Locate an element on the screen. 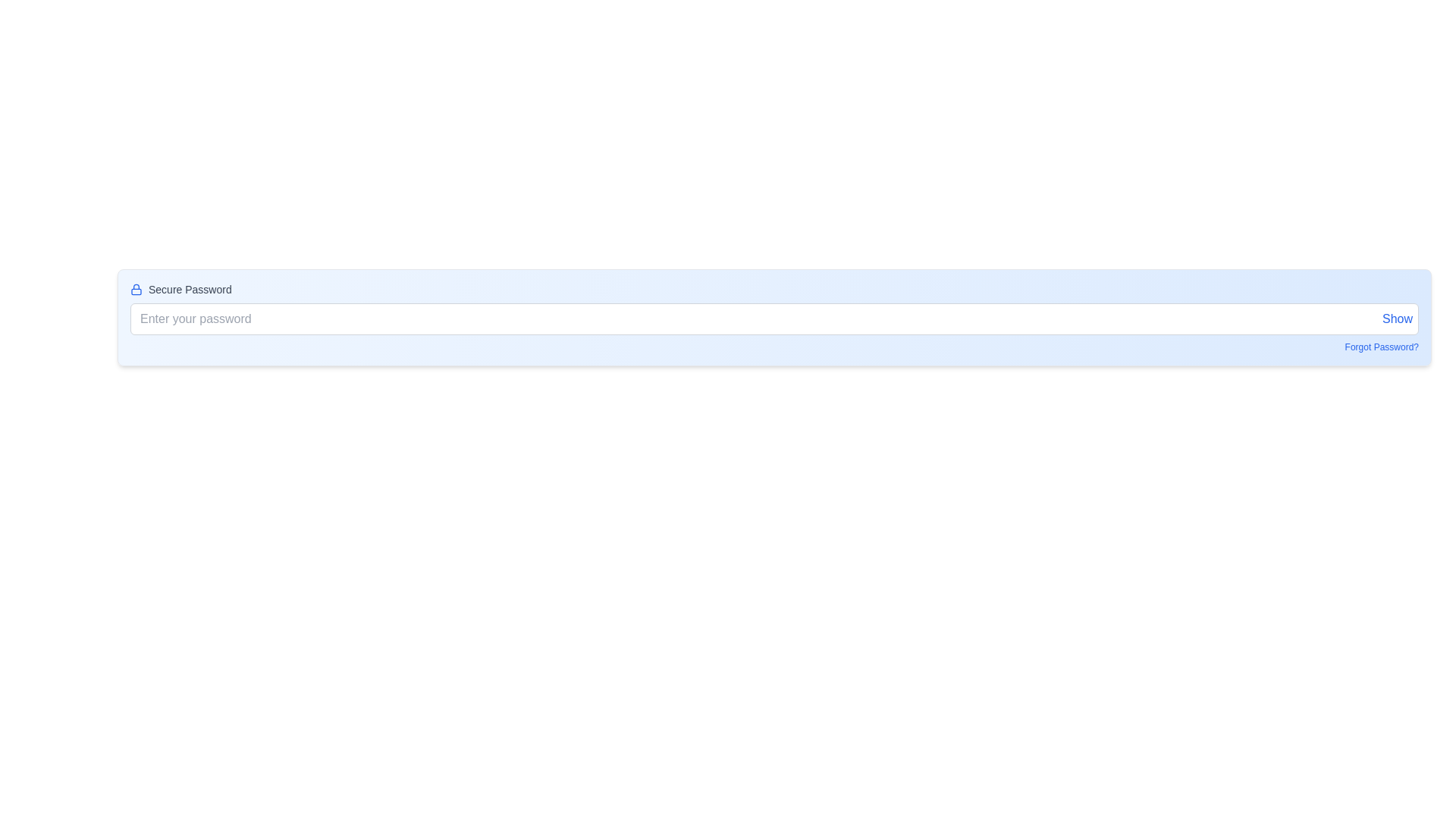  the 'Show' text button, which is a blue label that toggles password visibility, positioned to the right of the password input field is located at coordinates (1397, 318).